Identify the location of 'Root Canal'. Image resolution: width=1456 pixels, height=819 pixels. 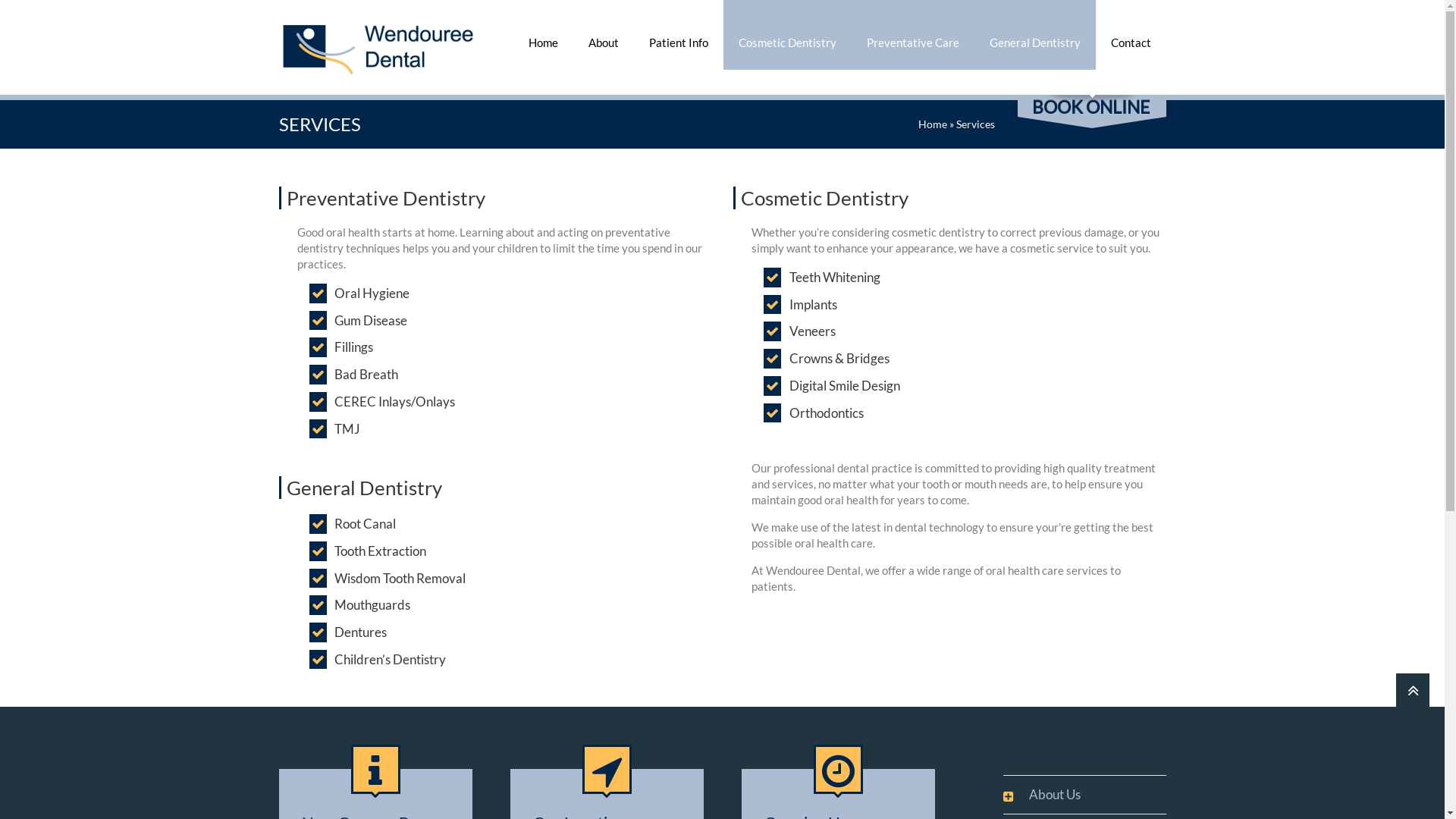
(334, 522).